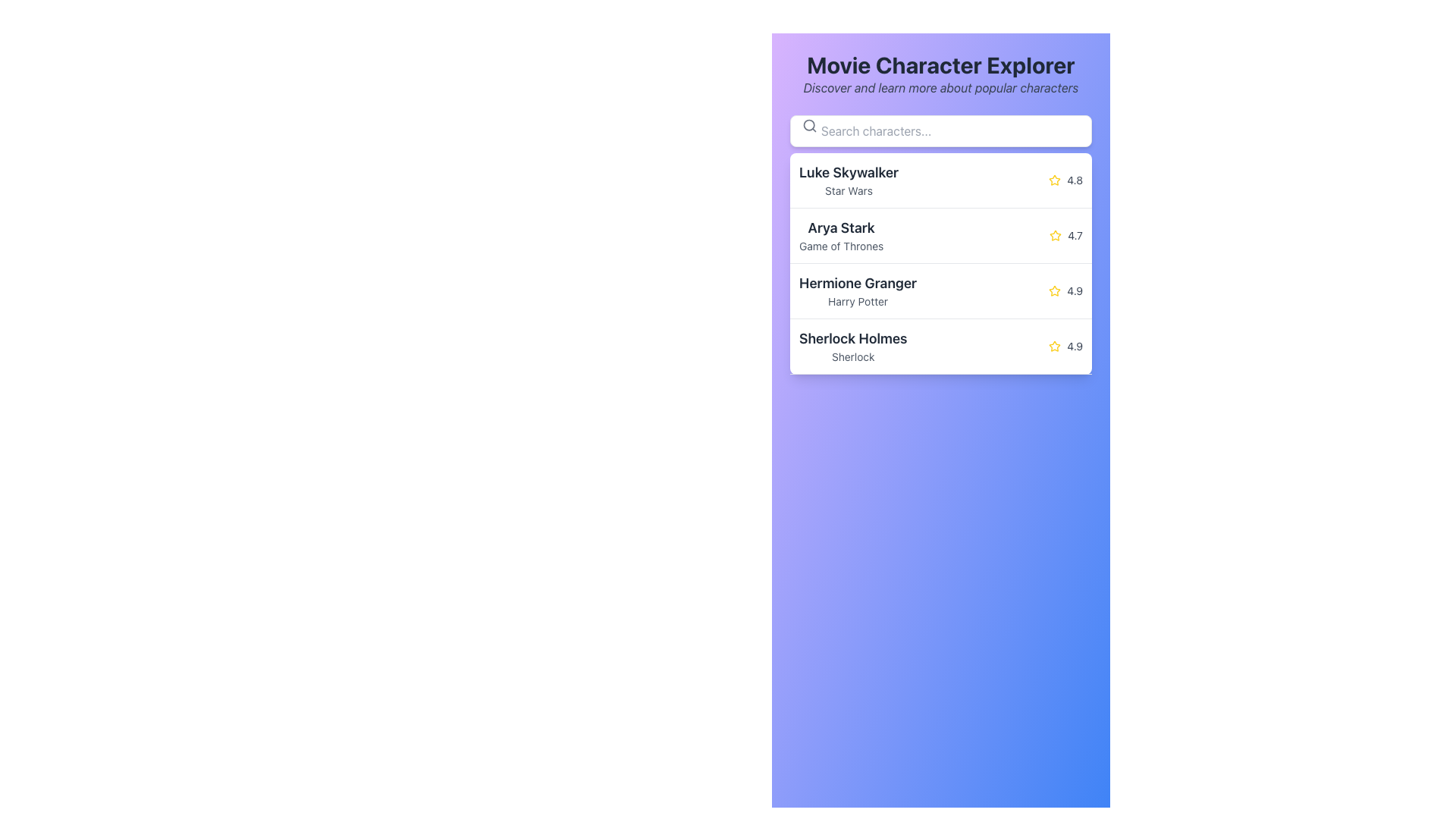 The height and width of the screenshot is (819, 1456). I want to click on the text label that reads 'Harry Potter', which is styled in a small, gray-colored font and positioned directly beneath 'Hermione Granger' in the third list item, so click(858, 301).